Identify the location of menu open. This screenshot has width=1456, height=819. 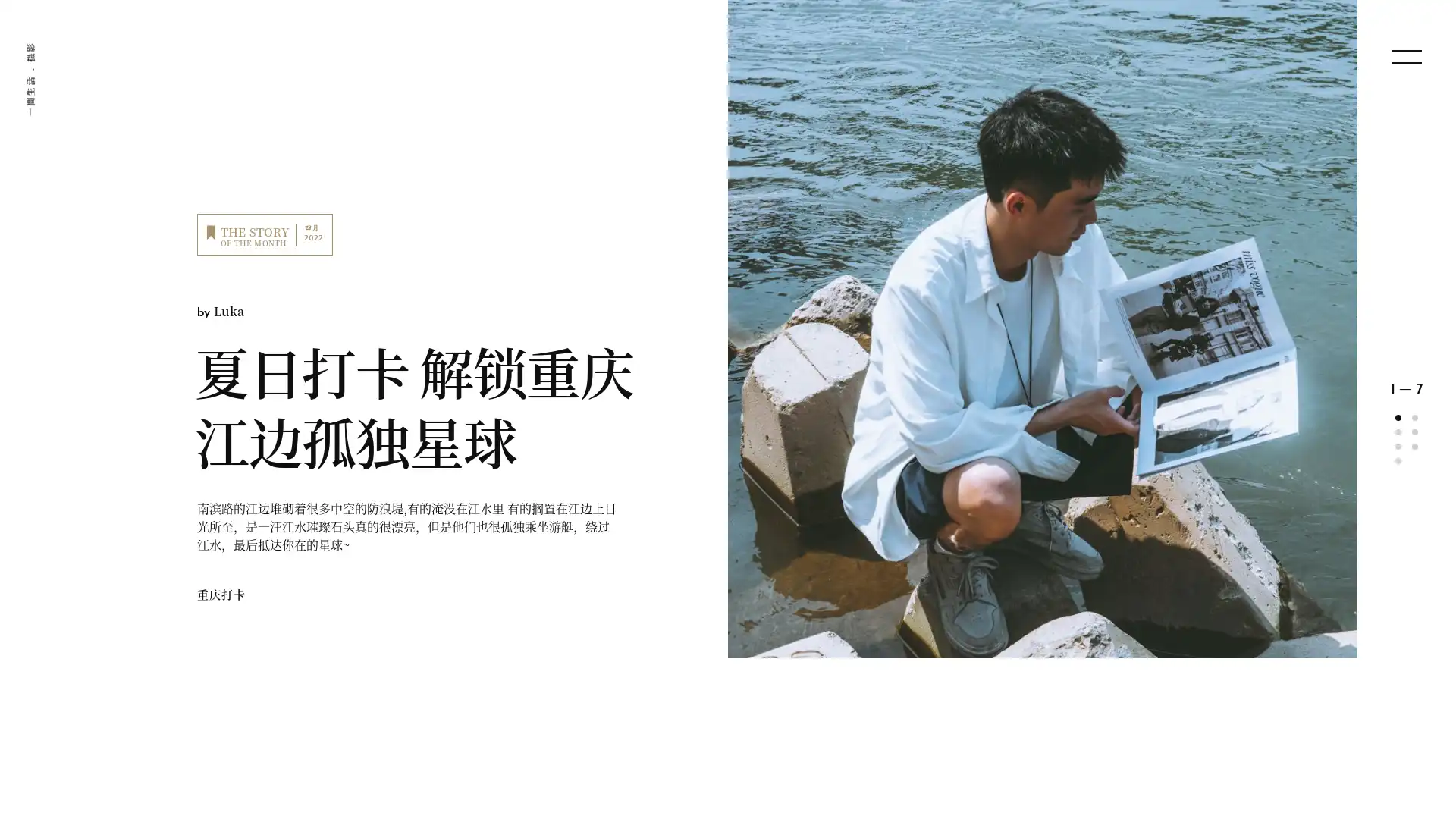
(1405, 55).